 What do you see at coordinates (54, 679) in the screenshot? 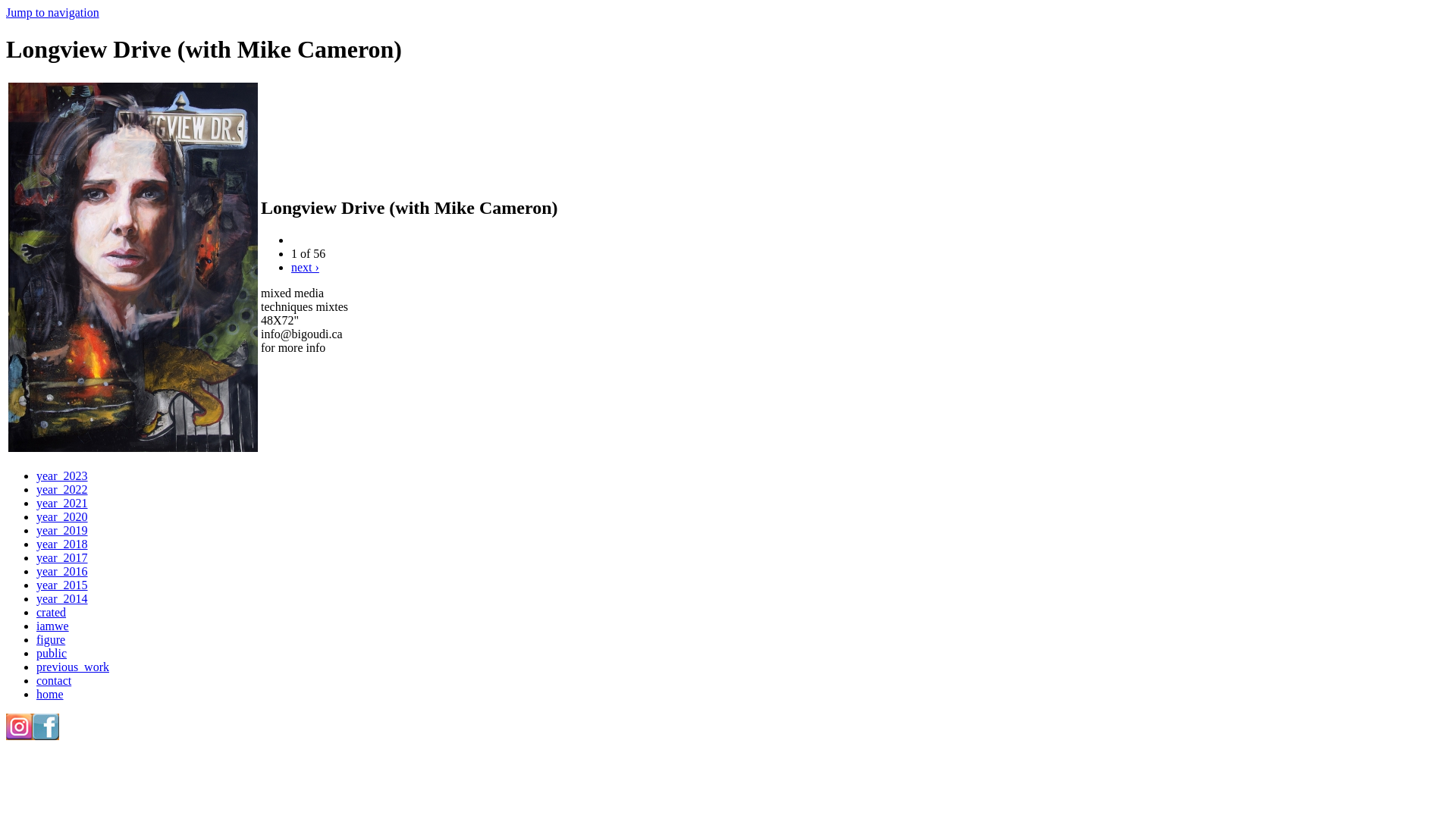
I see `'contact'` at bounding box center [54, 679].